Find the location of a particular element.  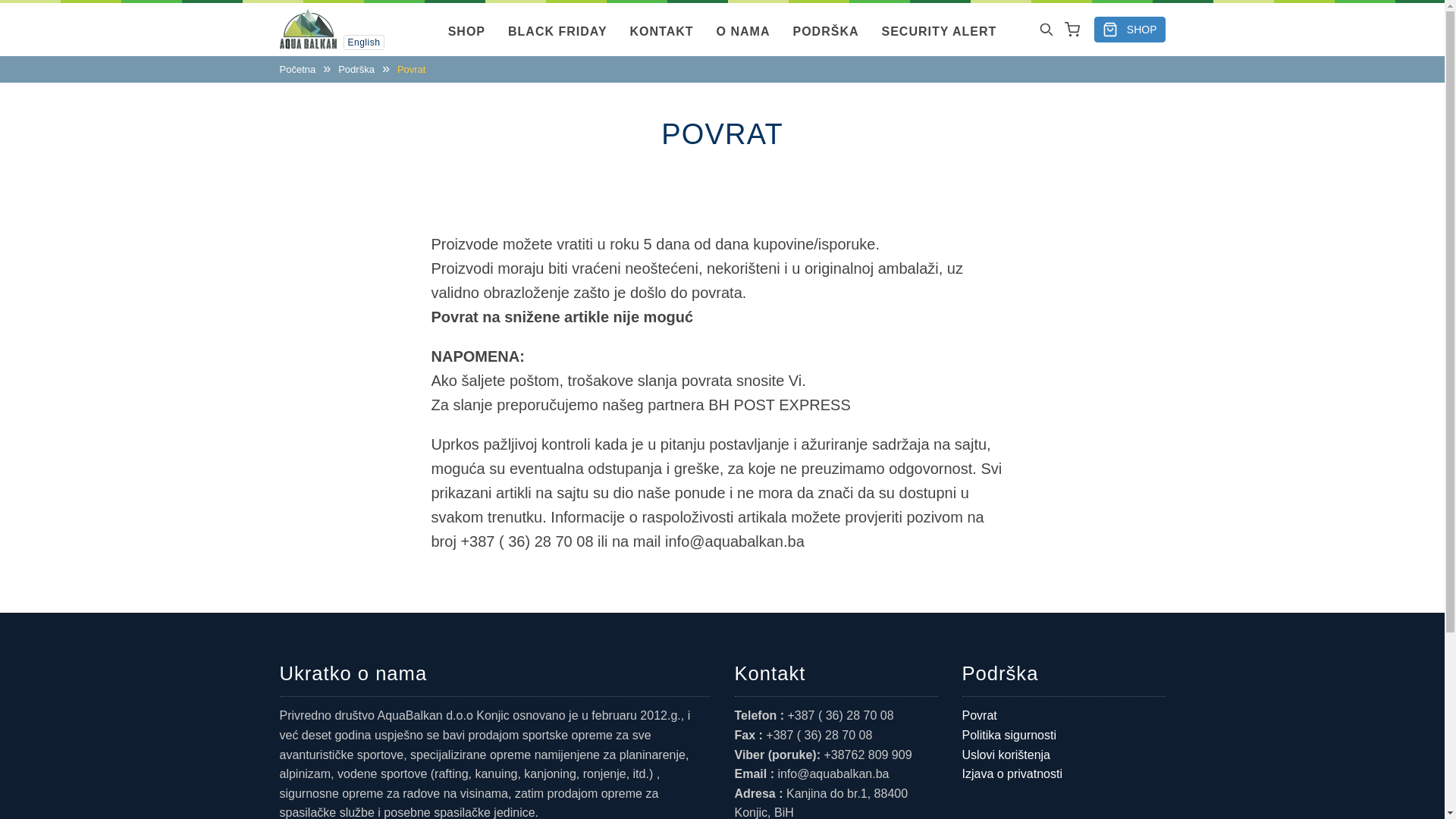

'BLACK FRIDAY' is located at coordinates (557, 32).